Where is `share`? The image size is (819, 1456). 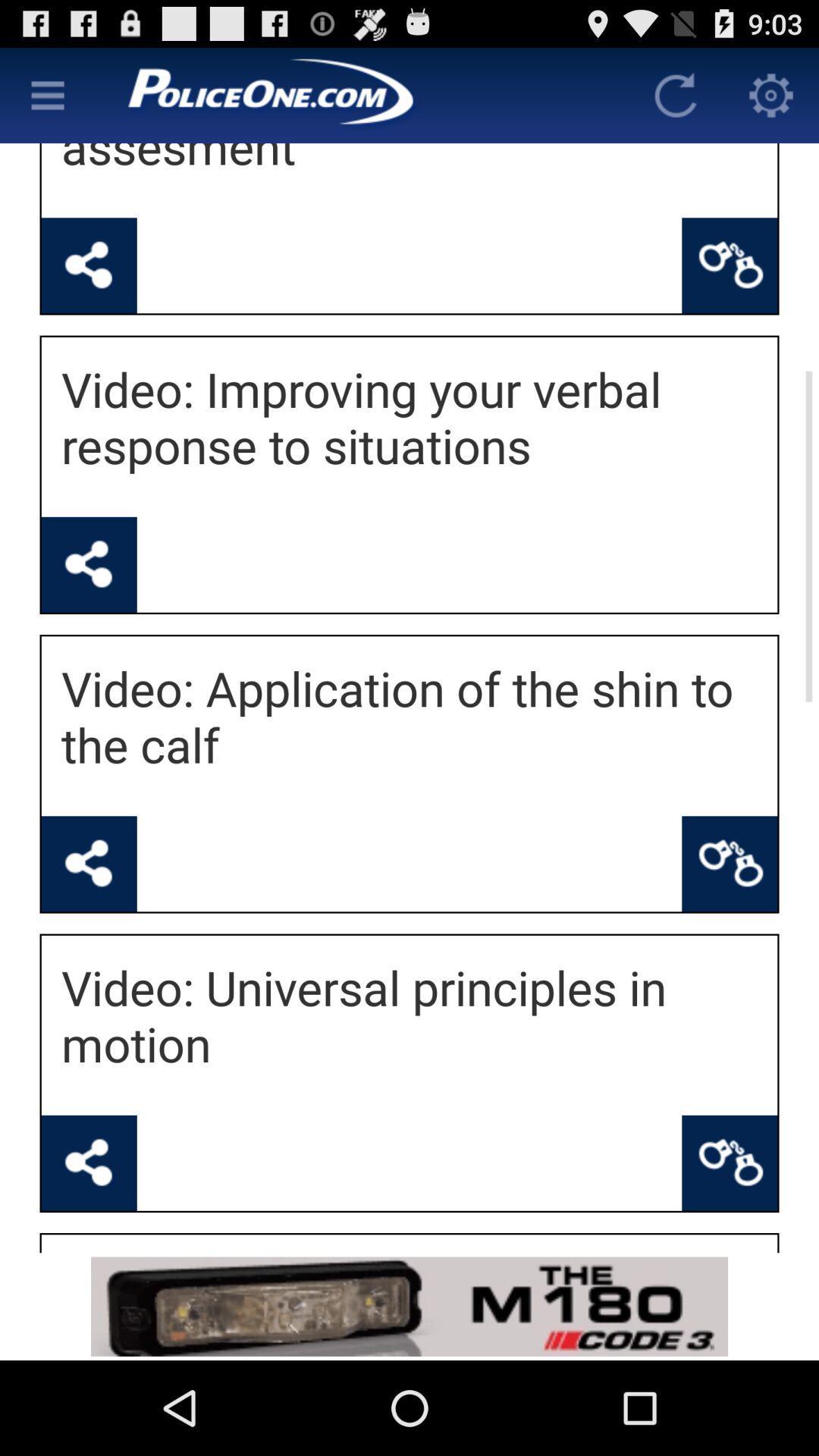
share is located at coordinates (89, 1162).